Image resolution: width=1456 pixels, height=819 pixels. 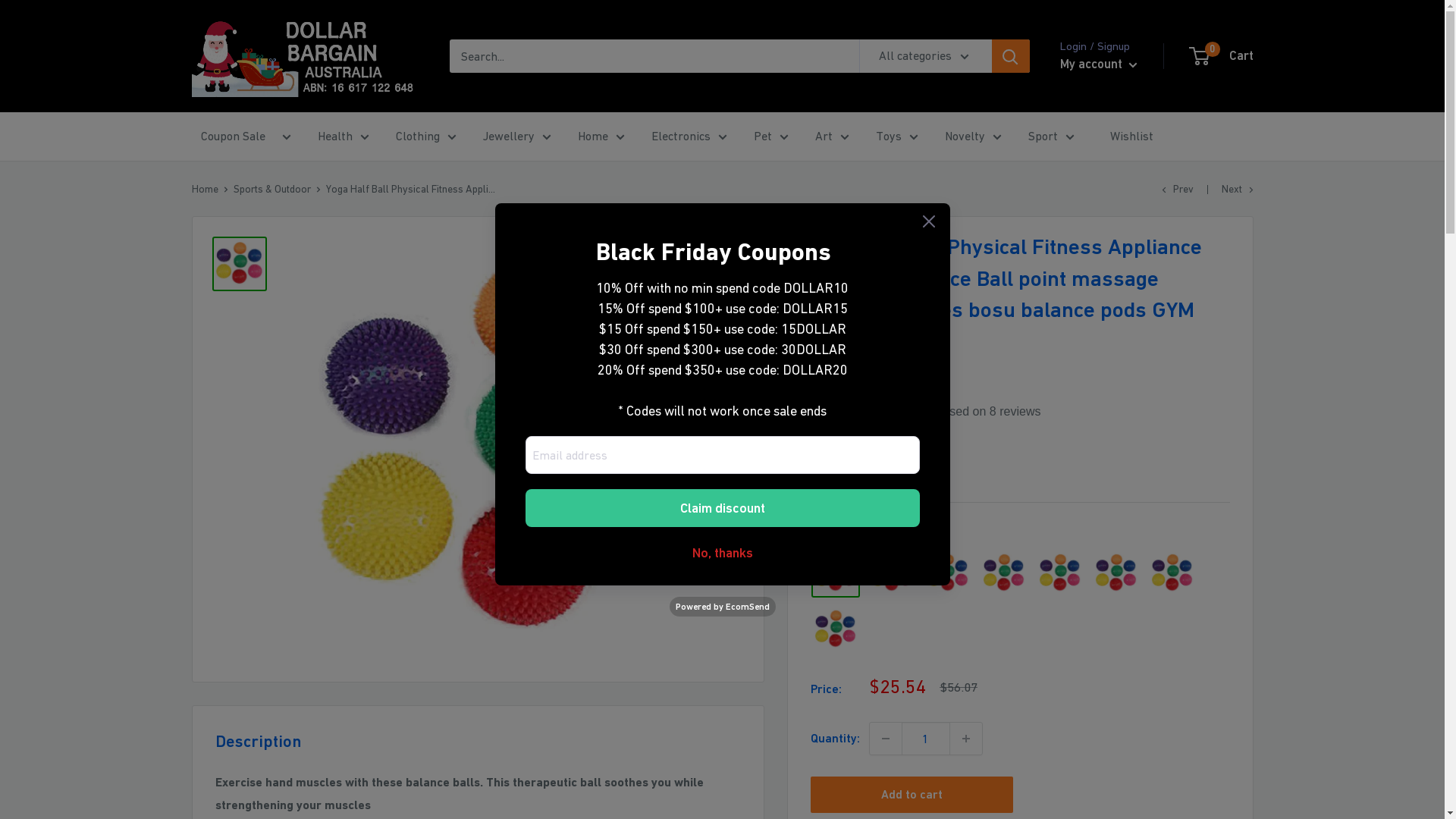 I want to click on 'Decrease quantity by 1', so click(x=884, y=738).